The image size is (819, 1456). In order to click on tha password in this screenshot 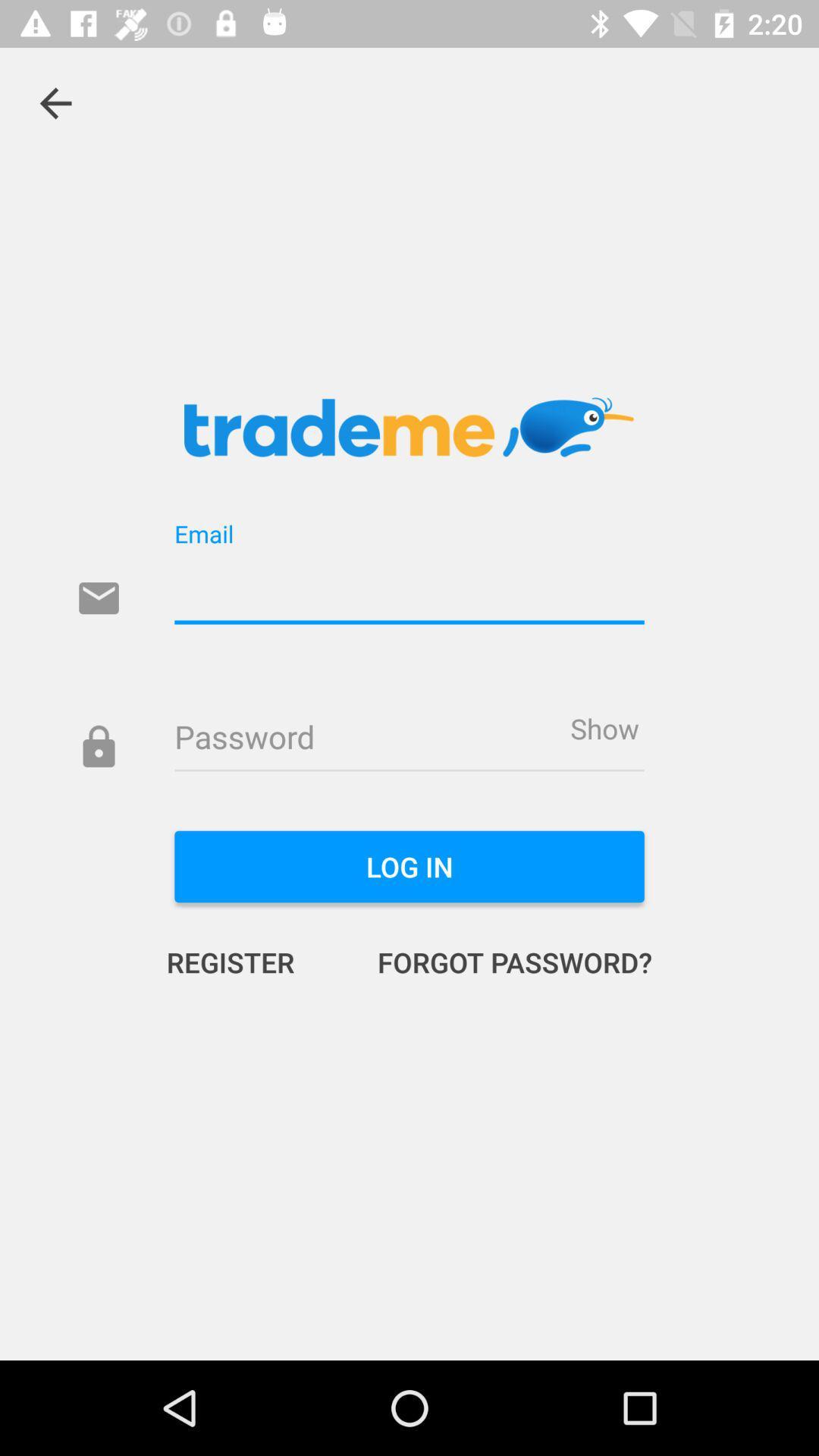, I will do `click(409, 739)`.